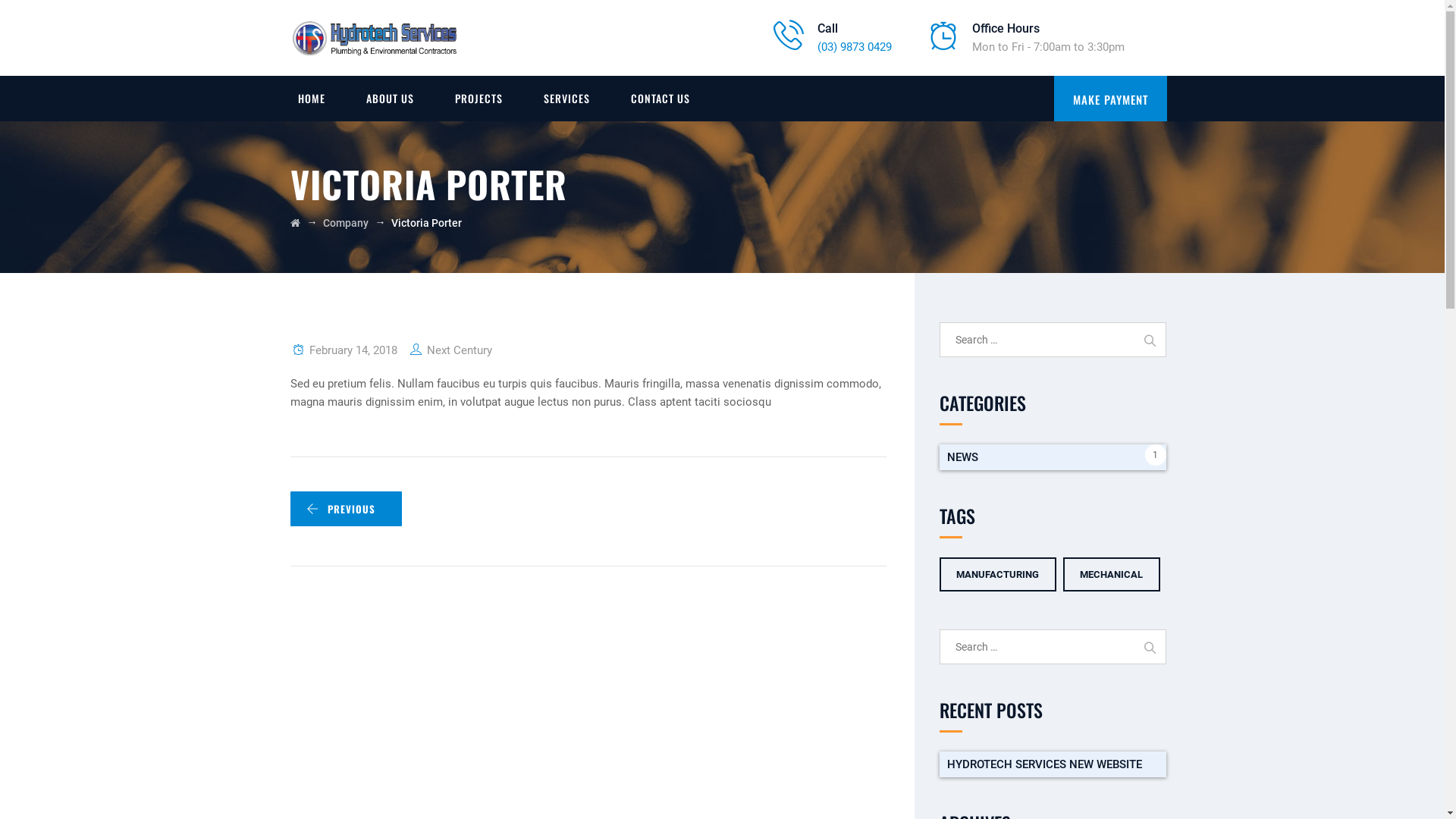  What do you see at coordinates (1051, 456) in the screenshot?
I see `'NEWS'` at bounding box center [1051, 456].